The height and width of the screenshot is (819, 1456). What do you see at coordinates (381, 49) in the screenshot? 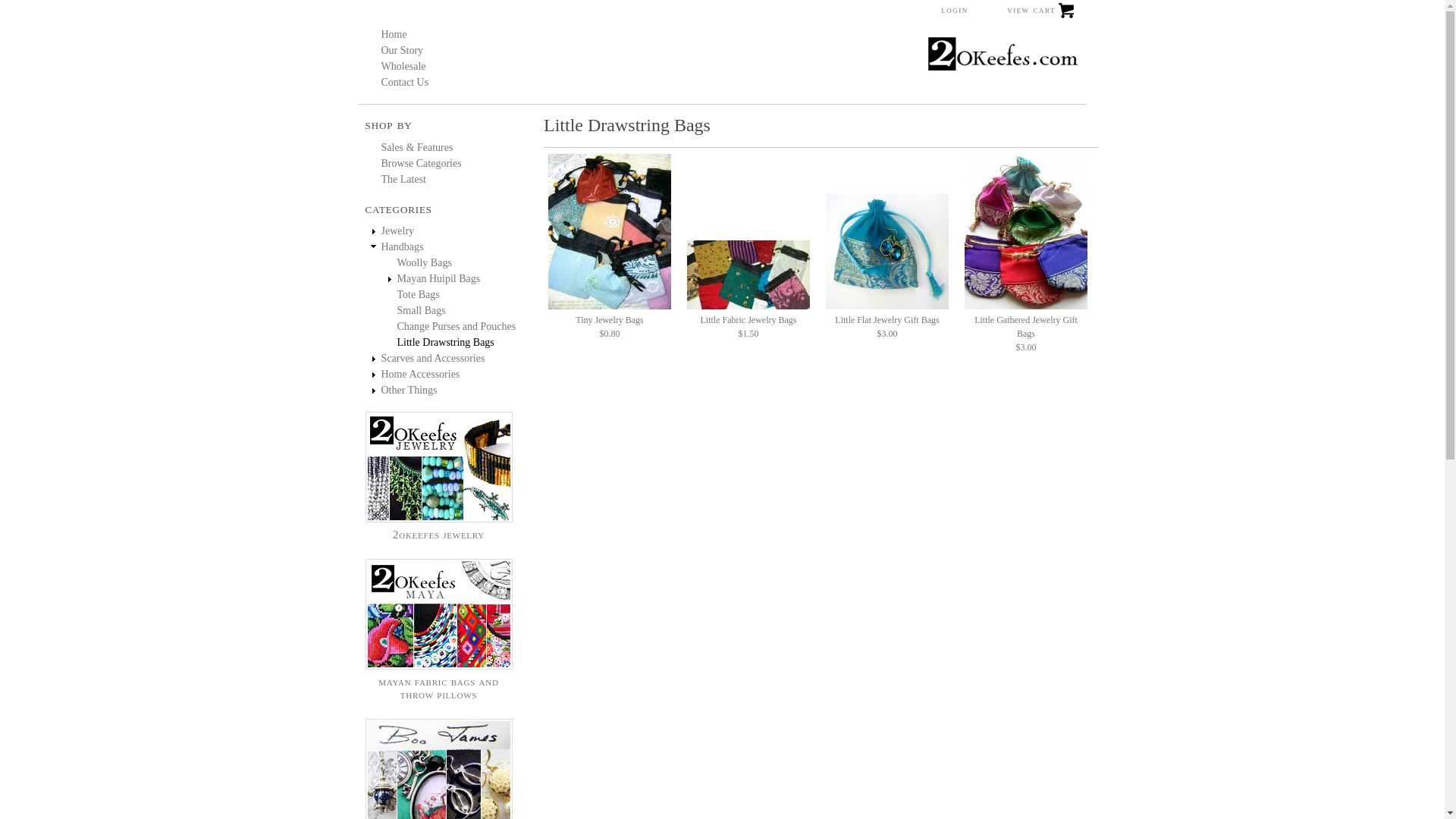
I see `'Our Story'` at bounding box center [381, 49].